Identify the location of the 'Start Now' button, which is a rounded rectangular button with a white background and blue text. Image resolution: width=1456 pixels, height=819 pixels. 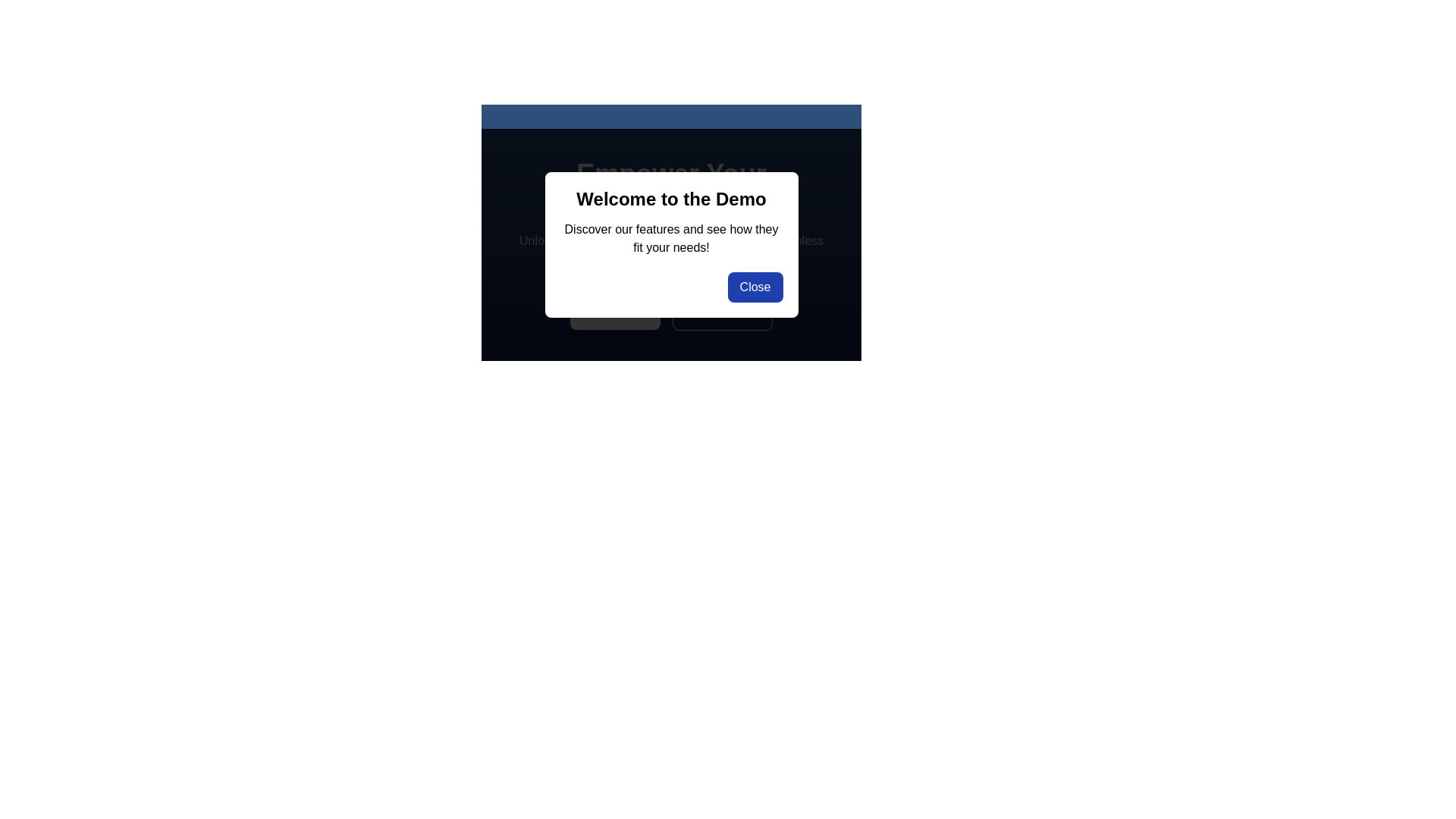
(615, 311).